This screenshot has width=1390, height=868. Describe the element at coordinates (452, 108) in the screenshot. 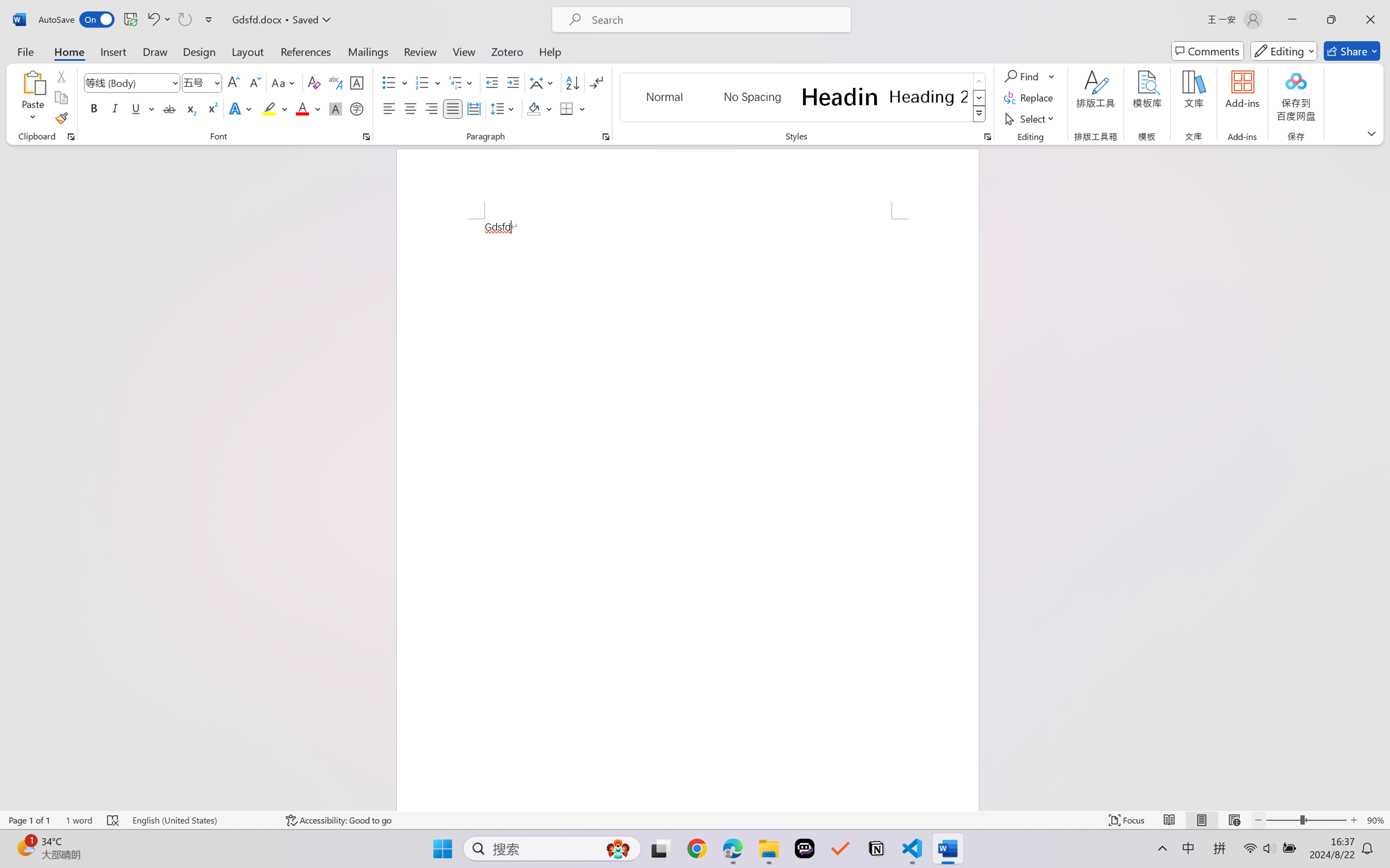

I see `'Justify'` at that location.